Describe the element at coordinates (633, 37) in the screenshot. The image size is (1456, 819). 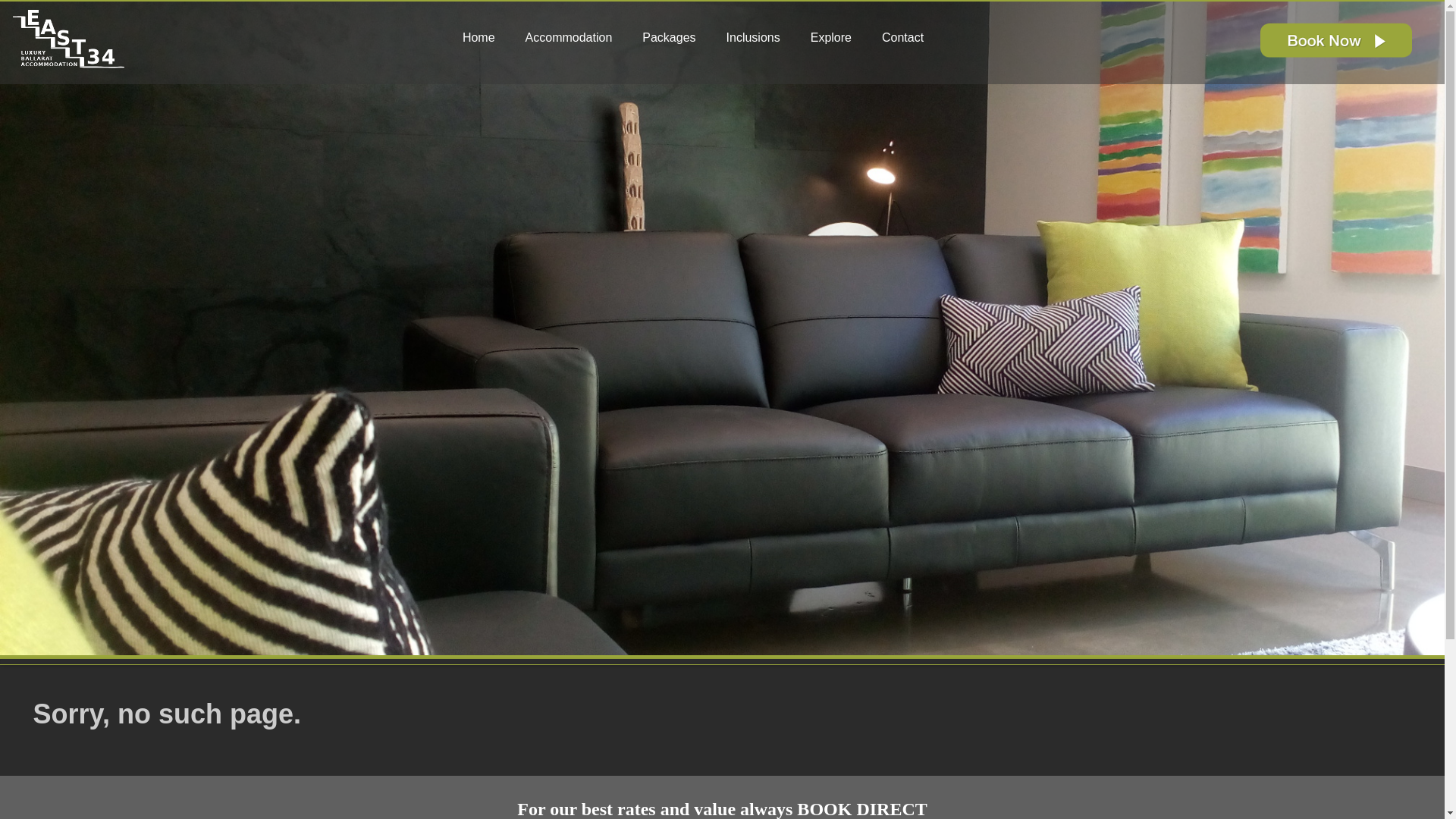
I see `'Packages'` at that location.